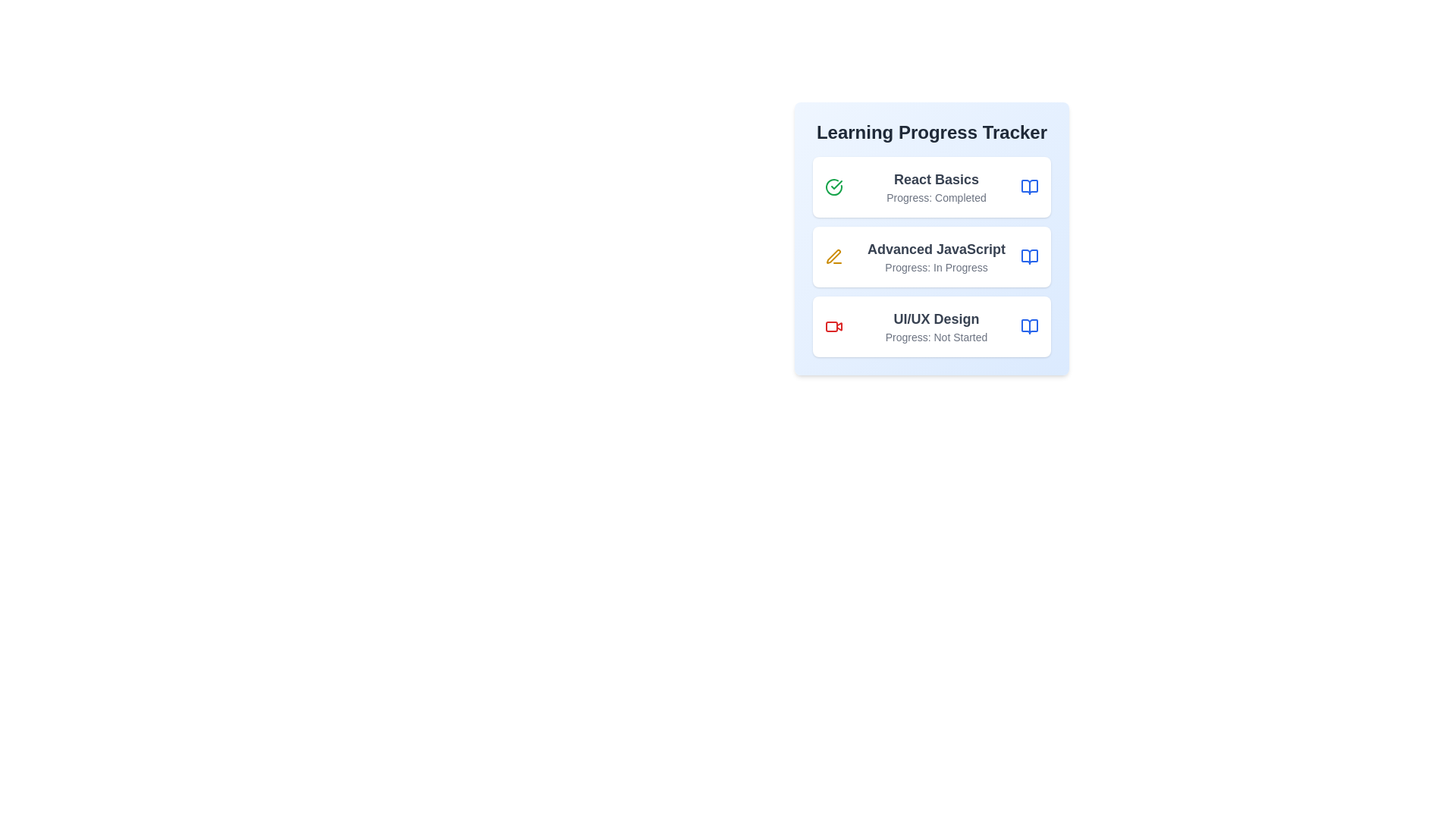 The height and width of the screenshot is (819, 1456). I want to click on the progress icon for React Basics, so click(833, 186).